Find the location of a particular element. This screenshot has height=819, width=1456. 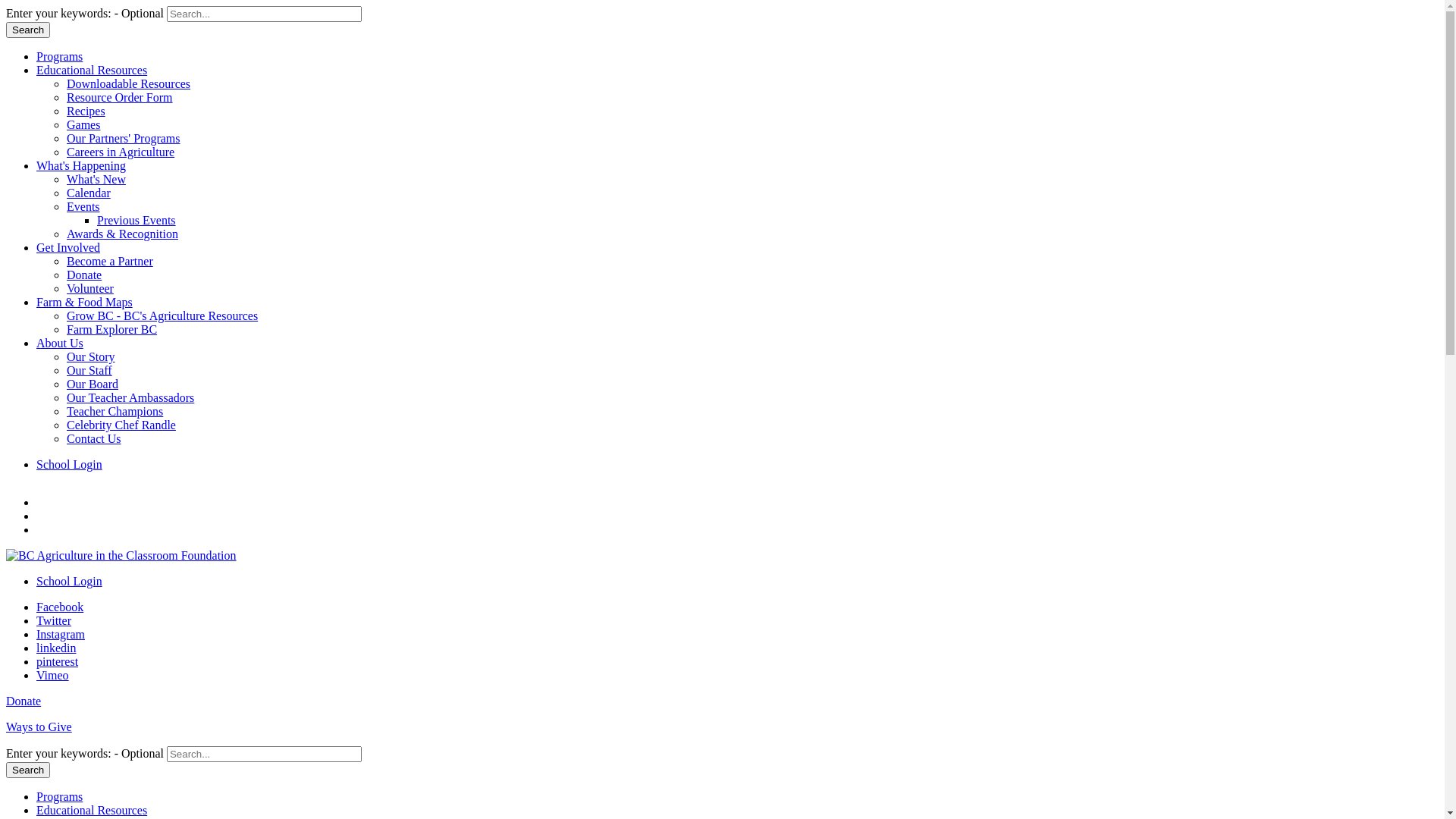

'What's Happening' is located at coordinates (80, 165).